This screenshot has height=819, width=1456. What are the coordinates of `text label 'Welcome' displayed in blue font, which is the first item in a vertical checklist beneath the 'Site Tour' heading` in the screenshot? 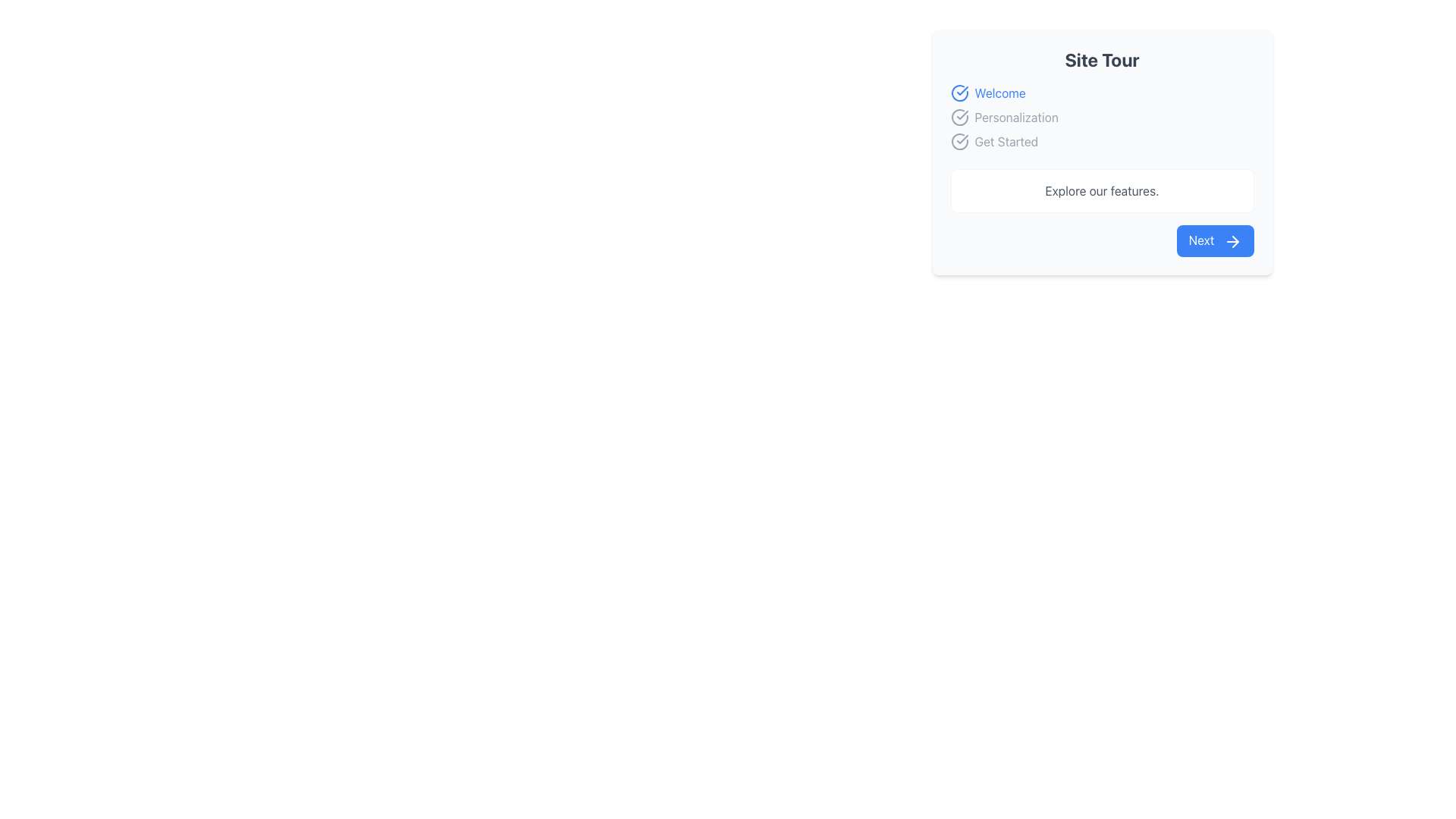 It's located at (1000, 93).